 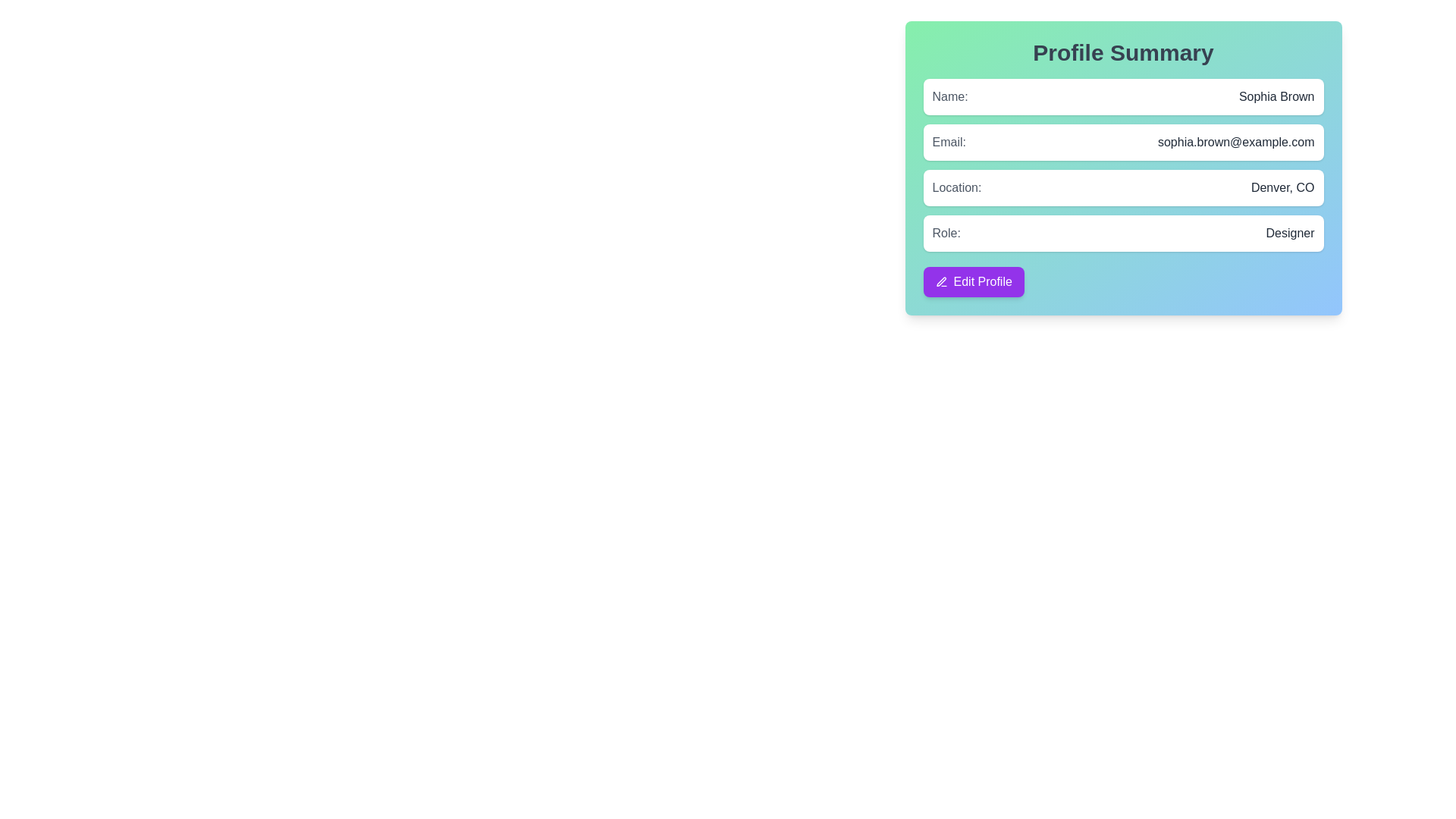 What do you see at coordinates (949, 96) in the screenshot?
I see `the text label that reads 'Name:' which is styled with a medium-weight font and gray color, located on the left side of a horizontal row in the profile summary section` at bounding box center [949, 96].